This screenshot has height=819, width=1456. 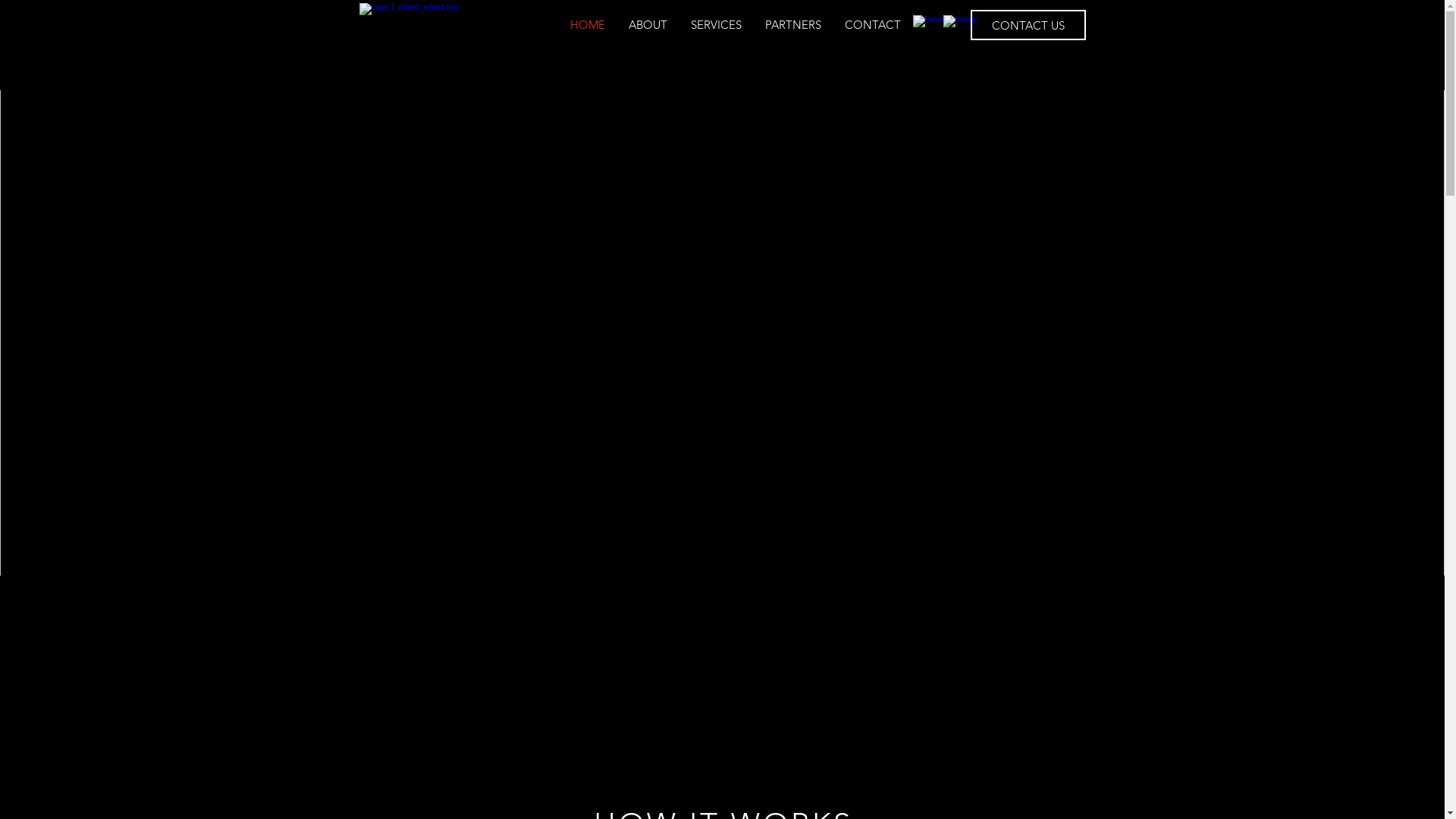 What do you see at coordinates (716, 25) in the screenshot?
I see `'SERVICES'` at bounding box center [716, 25].